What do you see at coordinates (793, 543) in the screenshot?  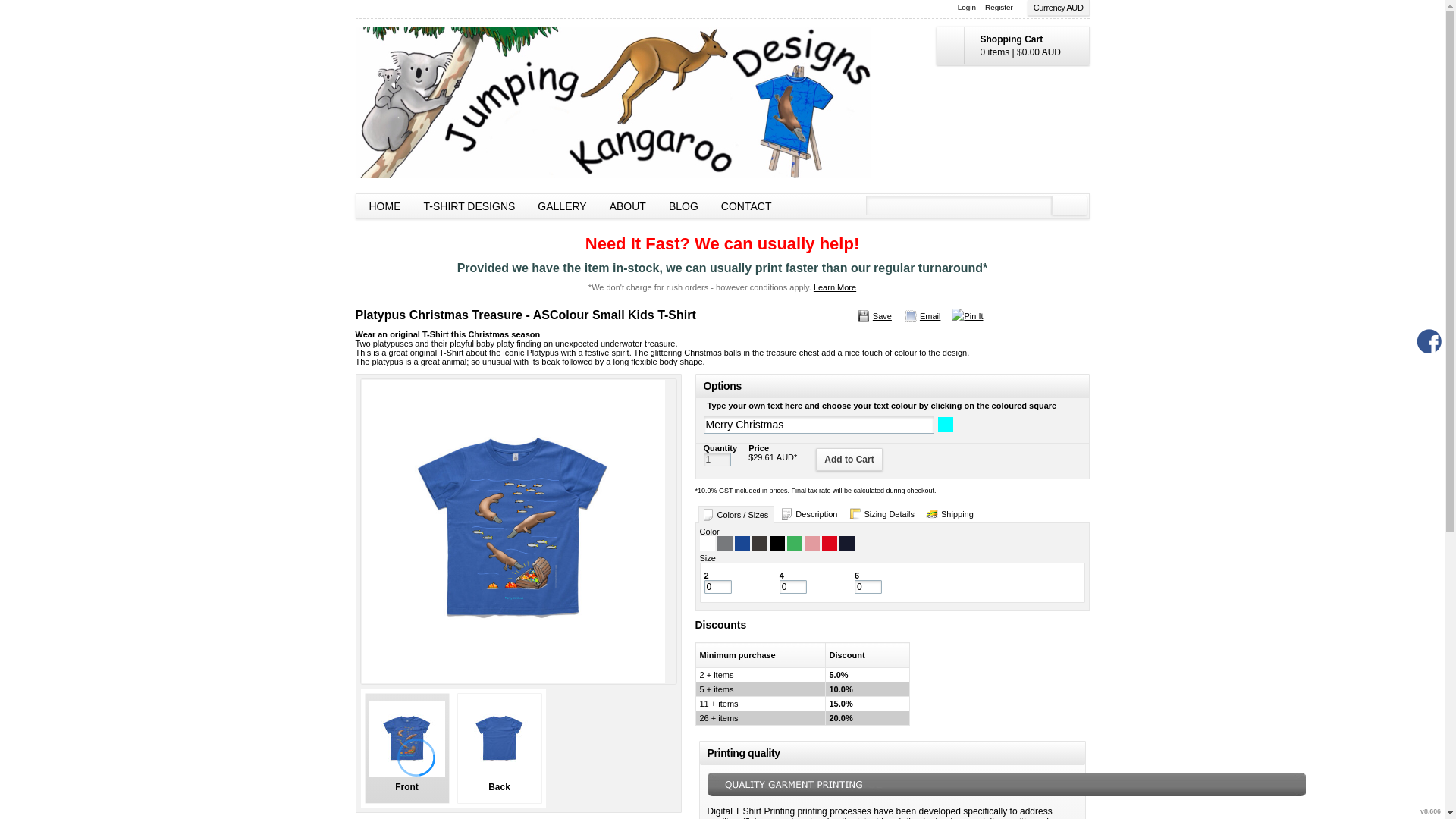 I see `'Kelly Green'` at bounding box center [793, 543].